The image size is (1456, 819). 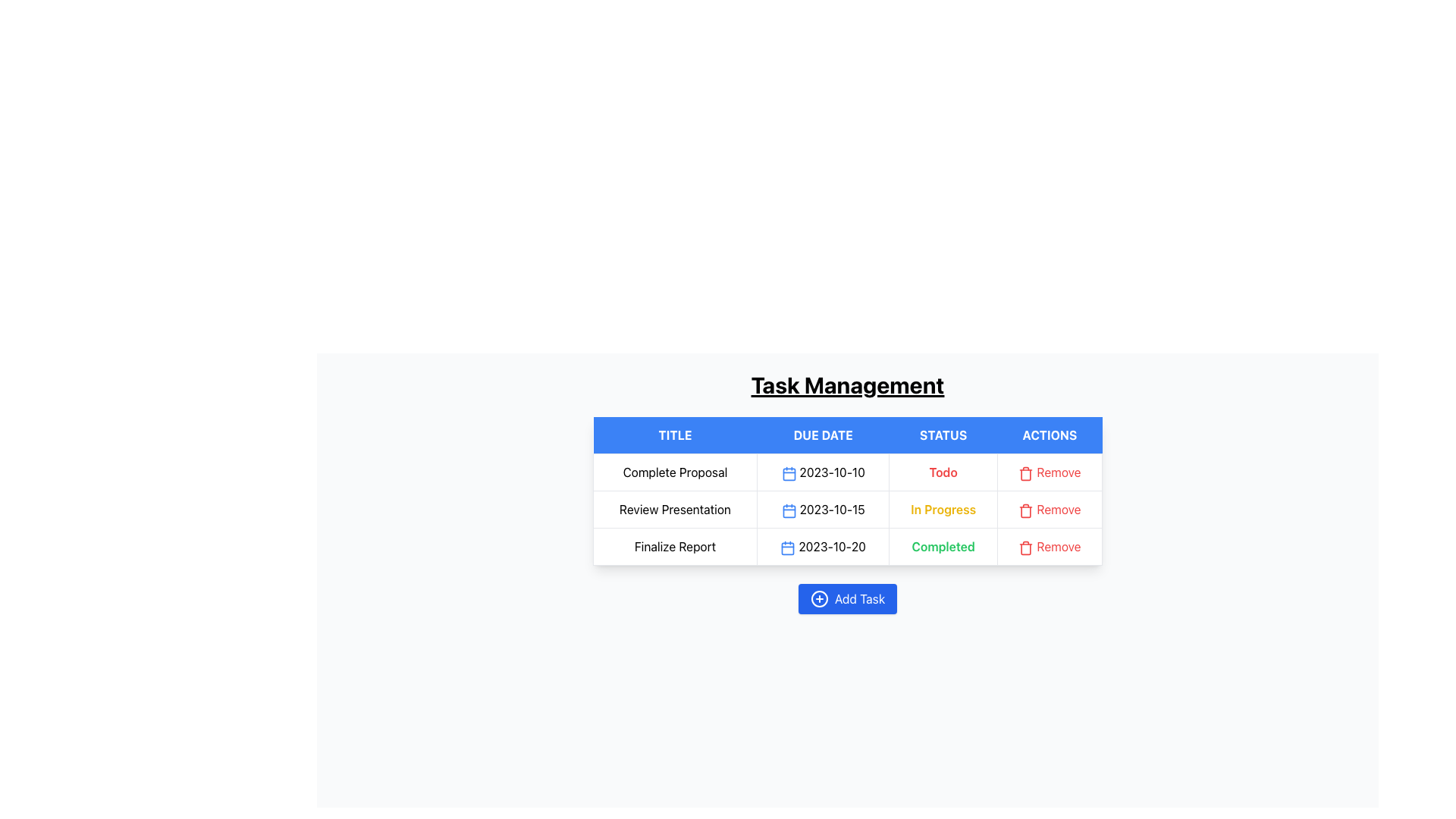 What do you see at coordinates (818, 598) in the screenshot?
I see `the appearance of the SVG circle that is part of the 'Add Task' button icon, which visually indicates the action of adding a new task` at bounding box center [818, 598].